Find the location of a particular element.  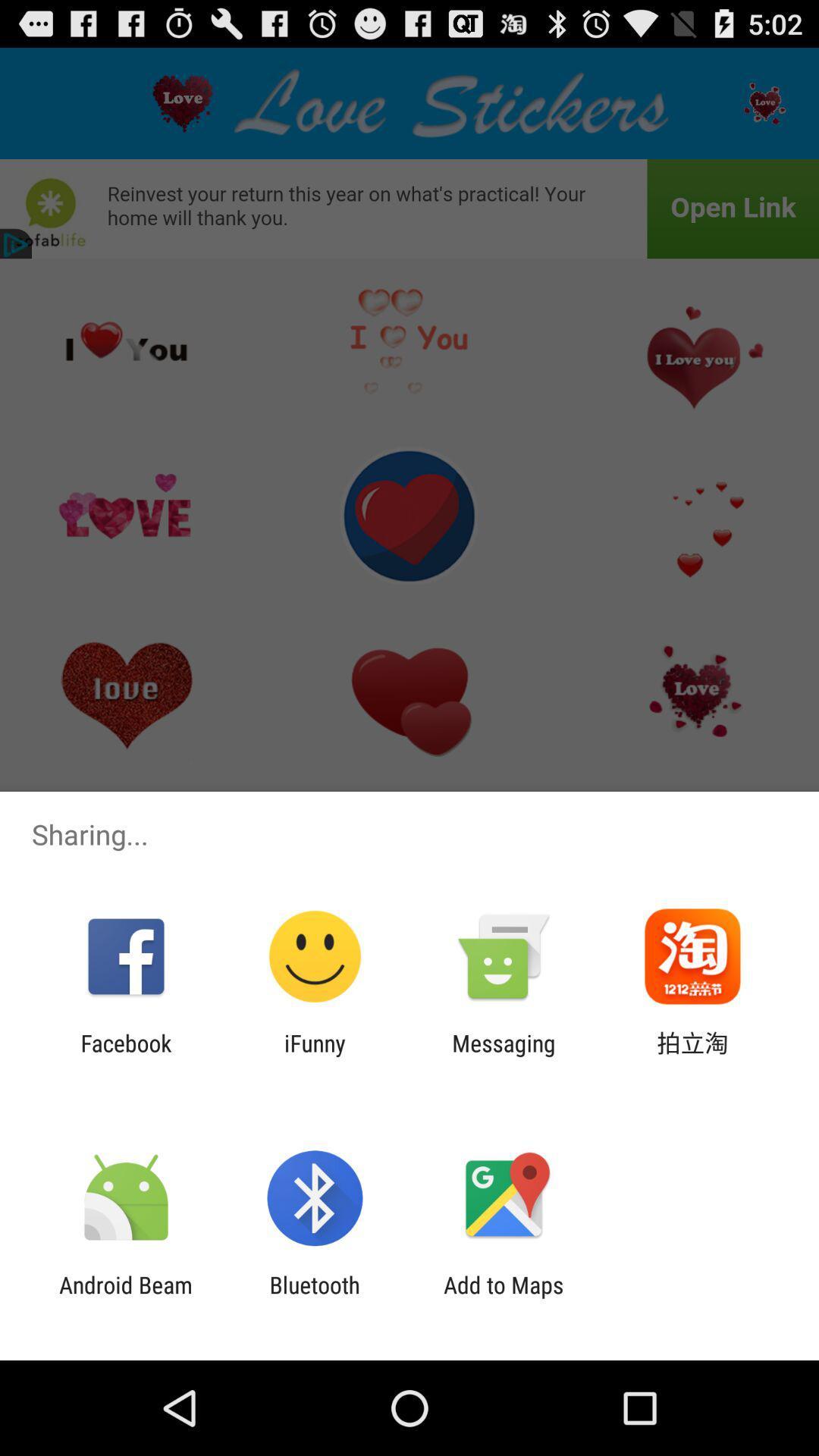

item next to ifunny app is located at coordinates (504, 1056).